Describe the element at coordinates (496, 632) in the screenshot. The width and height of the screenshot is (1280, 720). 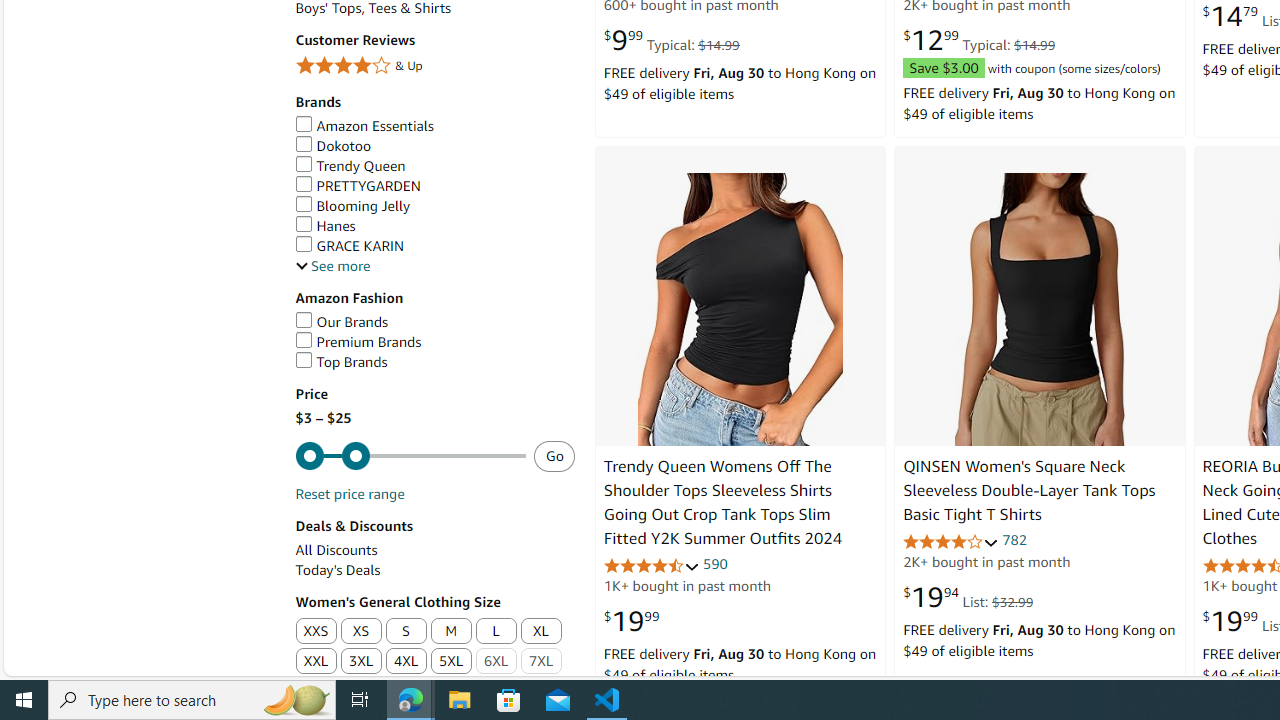
I see `'L'` at that location.